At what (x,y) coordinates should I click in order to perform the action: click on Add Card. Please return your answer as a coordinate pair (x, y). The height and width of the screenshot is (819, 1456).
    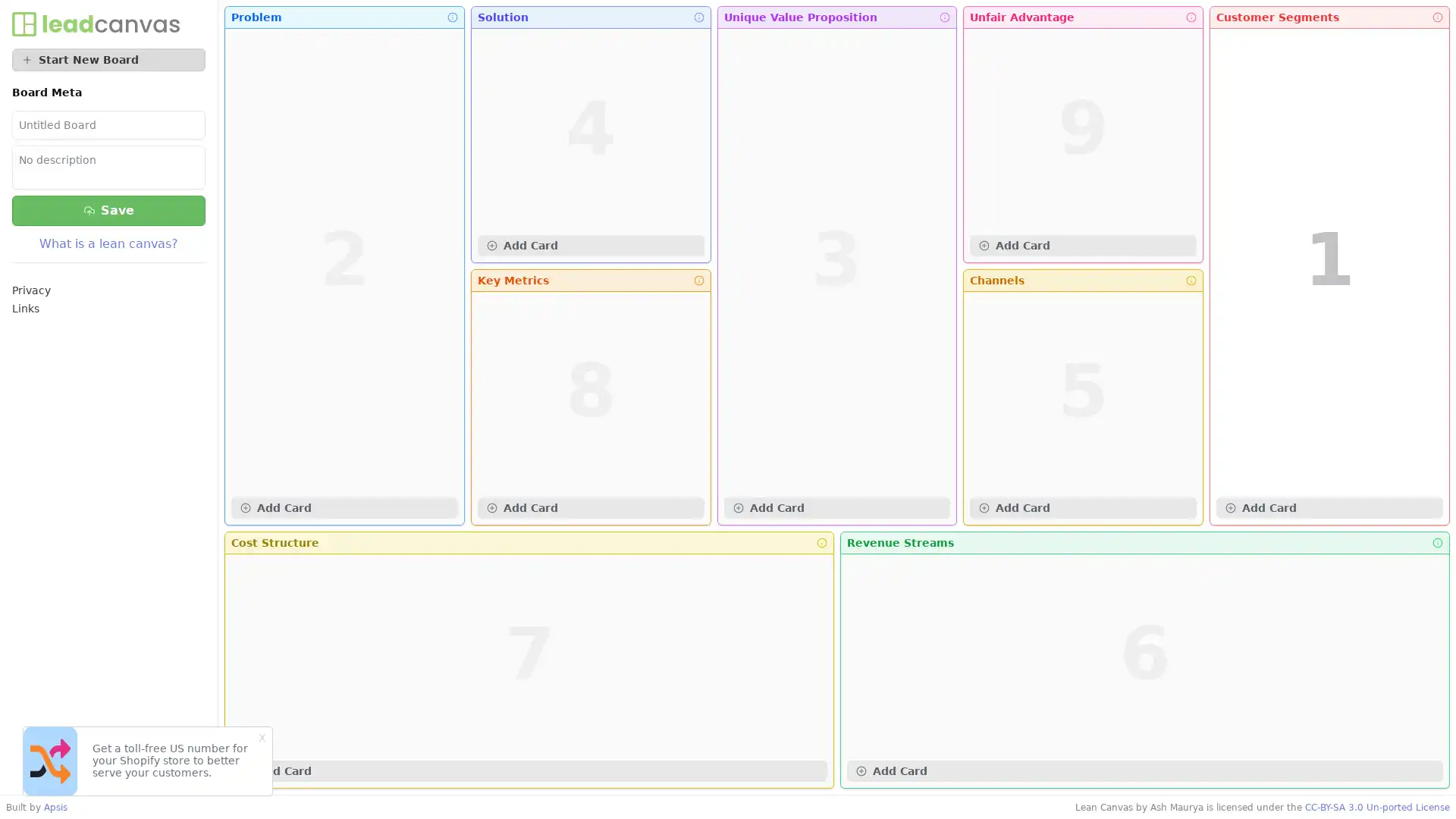
    Looking at the image, I should click on (529, 771).